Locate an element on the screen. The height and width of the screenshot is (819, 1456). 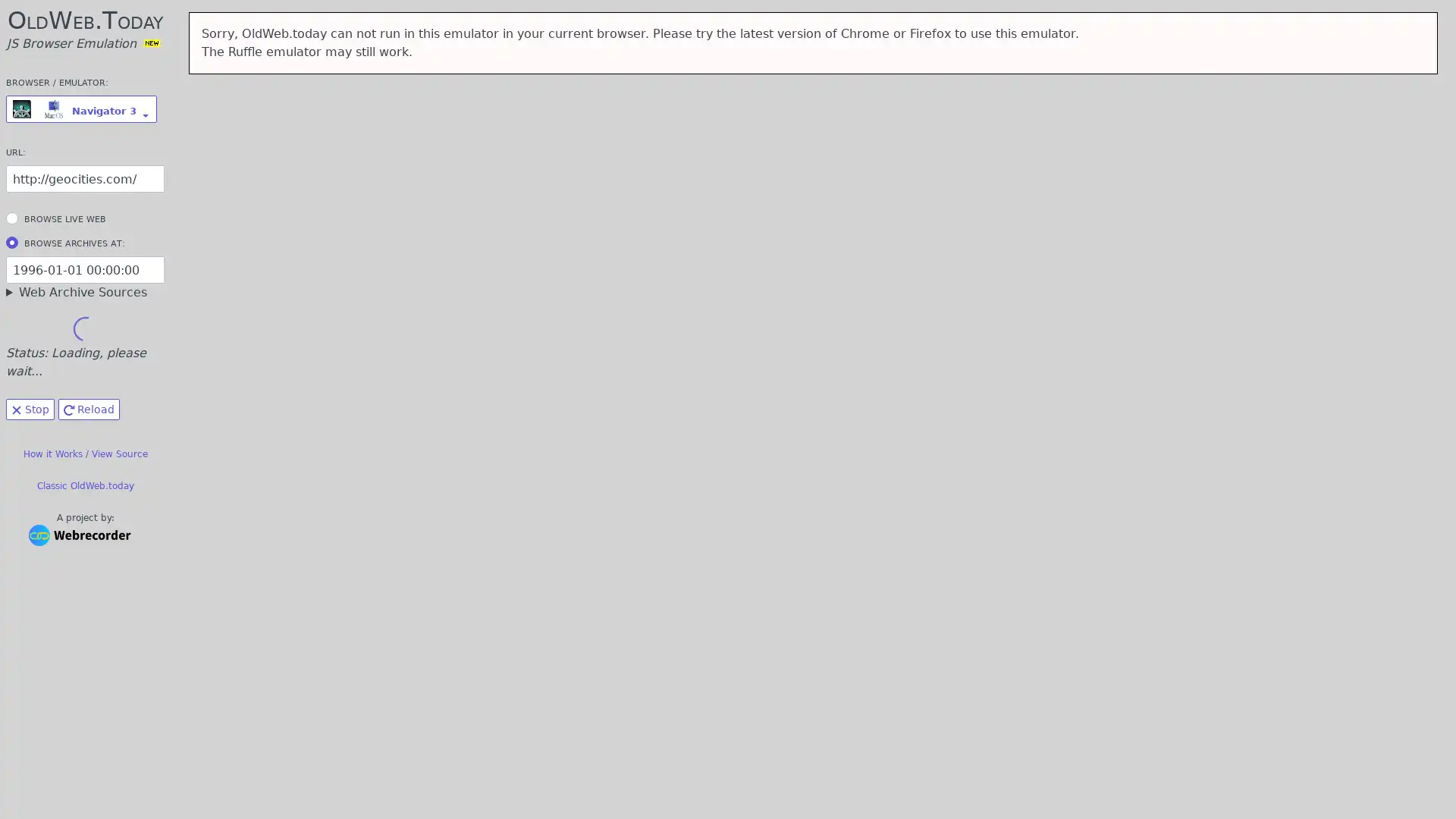
Stop is located at coordinates (30, 409).